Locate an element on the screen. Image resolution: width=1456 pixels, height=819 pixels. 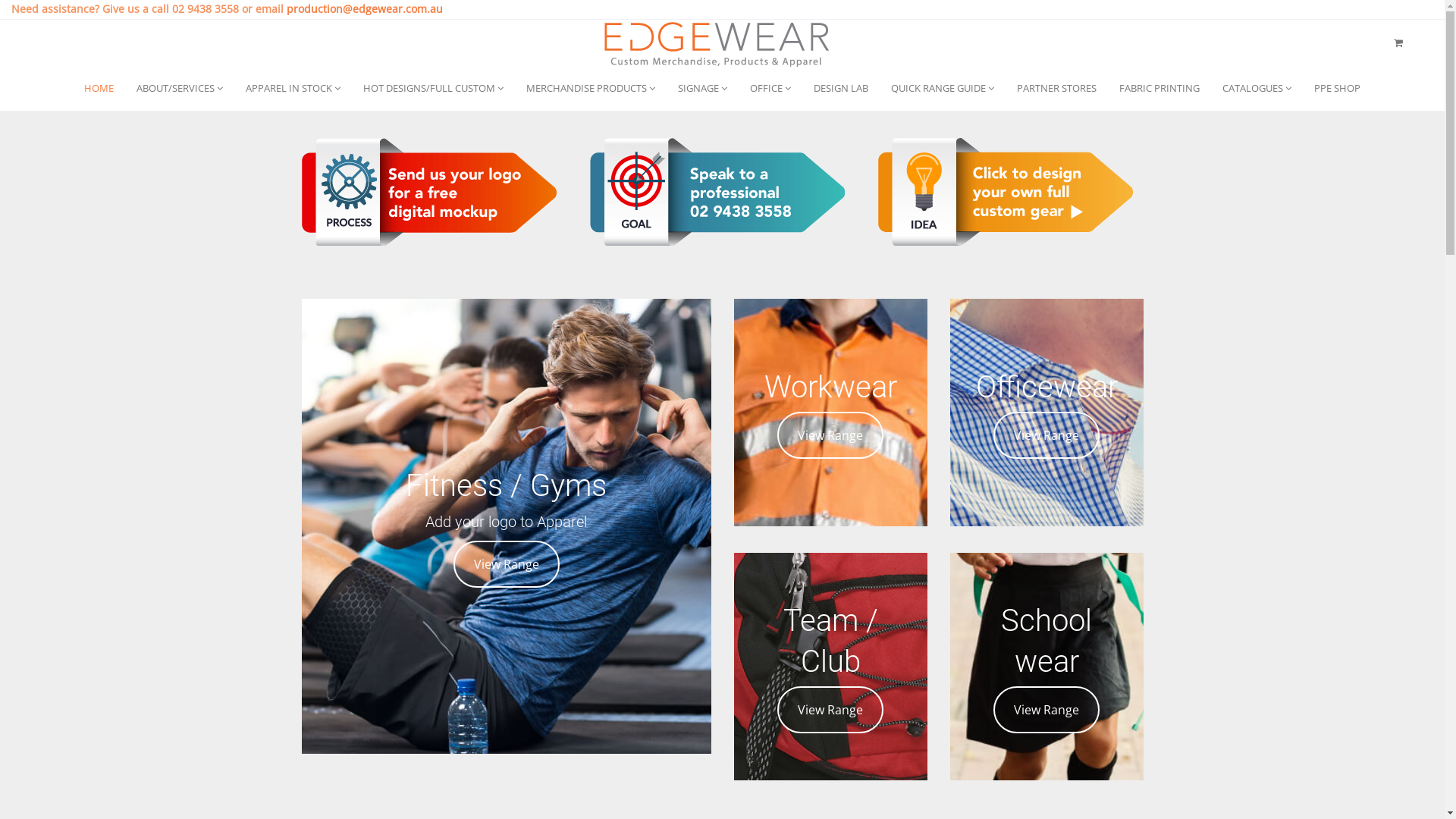
'FABRIC PRINTING' is located at coordinates (1107, 87).